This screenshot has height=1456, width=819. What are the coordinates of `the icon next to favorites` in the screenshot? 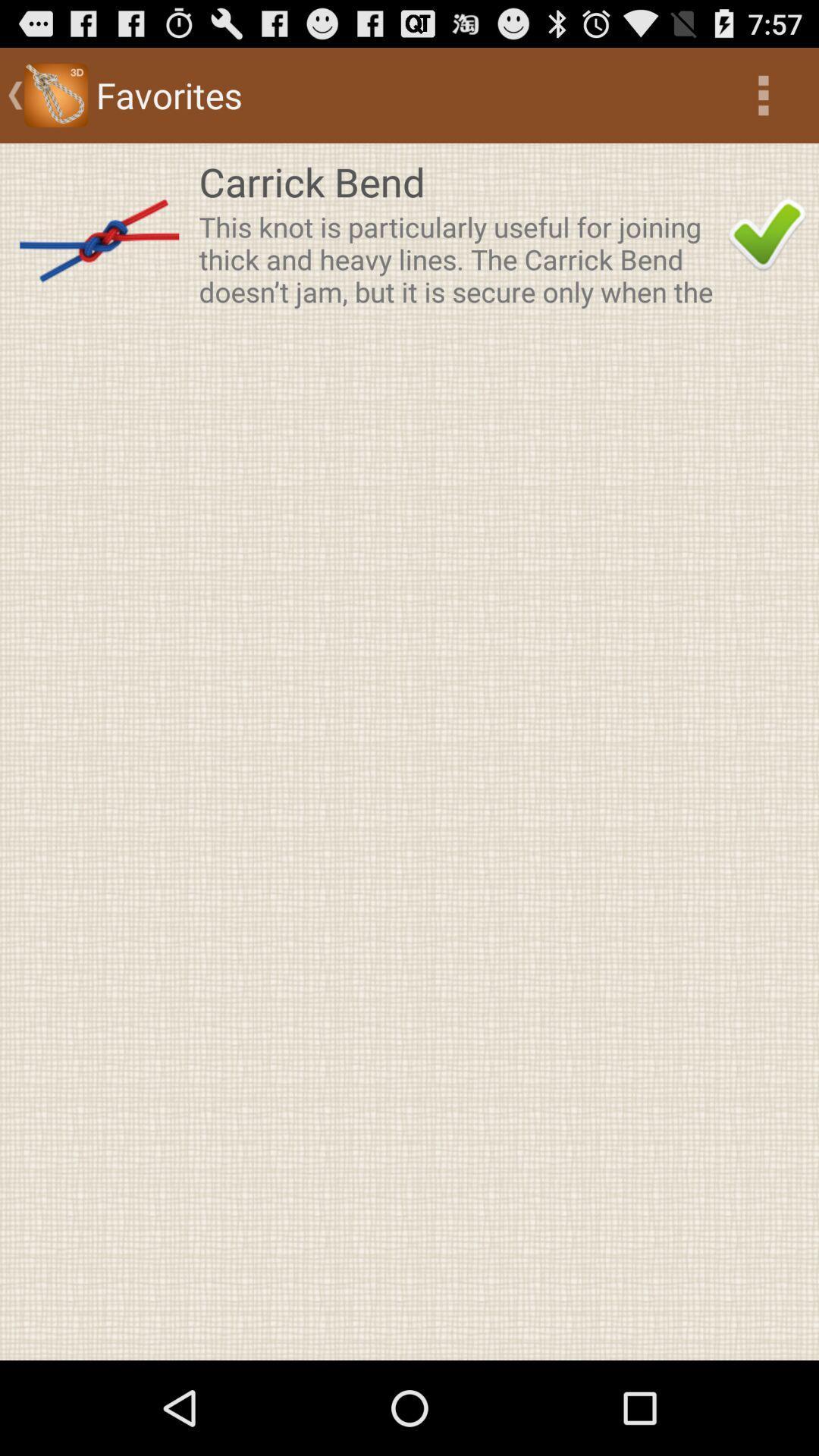 It's located at (763, 94).